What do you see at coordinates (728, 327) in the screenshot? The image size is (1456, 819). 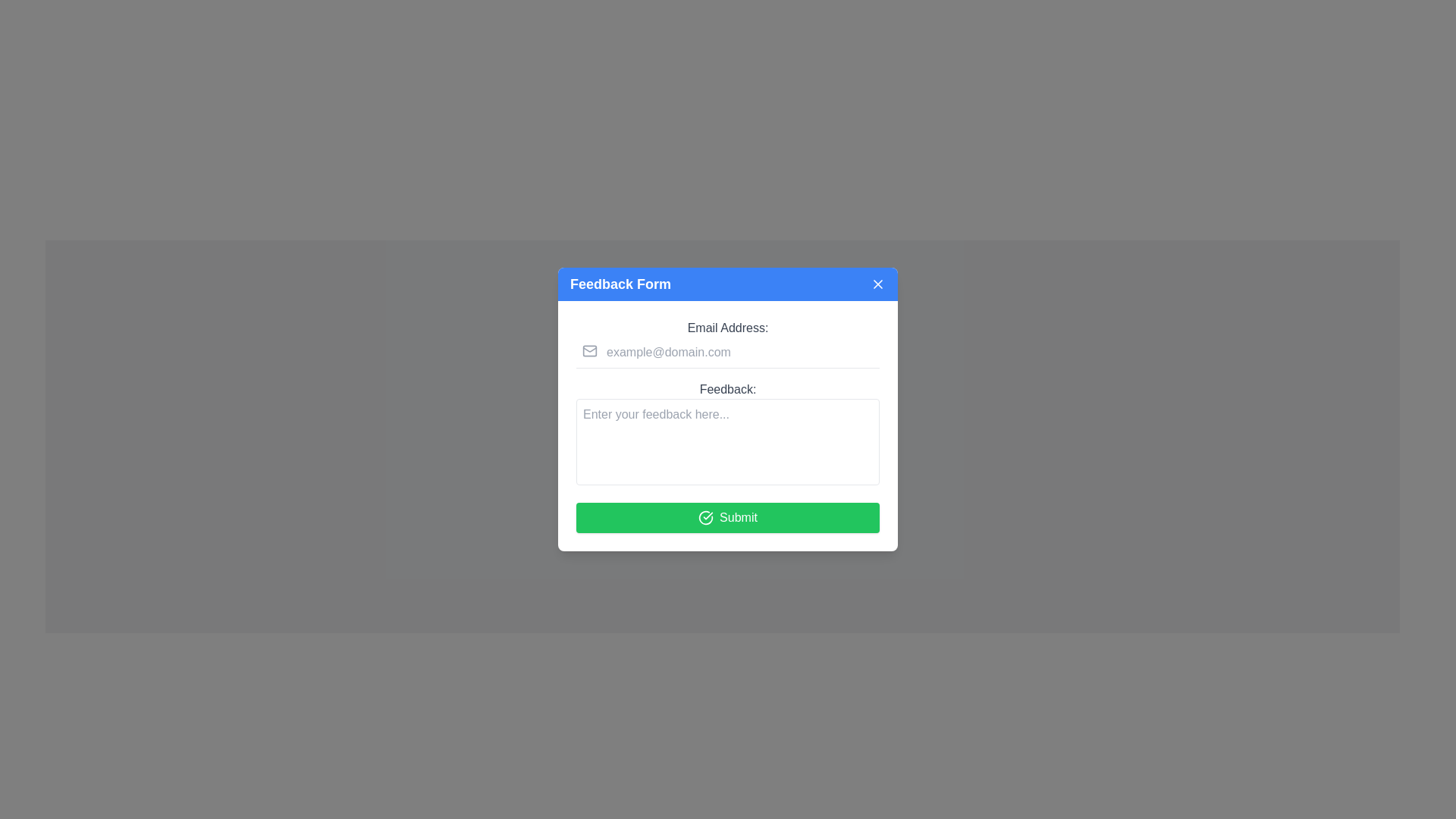 I see `the text label displaying 'Email Address:' in gray font, located above the input field in the 'Feedback Form.'` at bounding box center [728, 327].